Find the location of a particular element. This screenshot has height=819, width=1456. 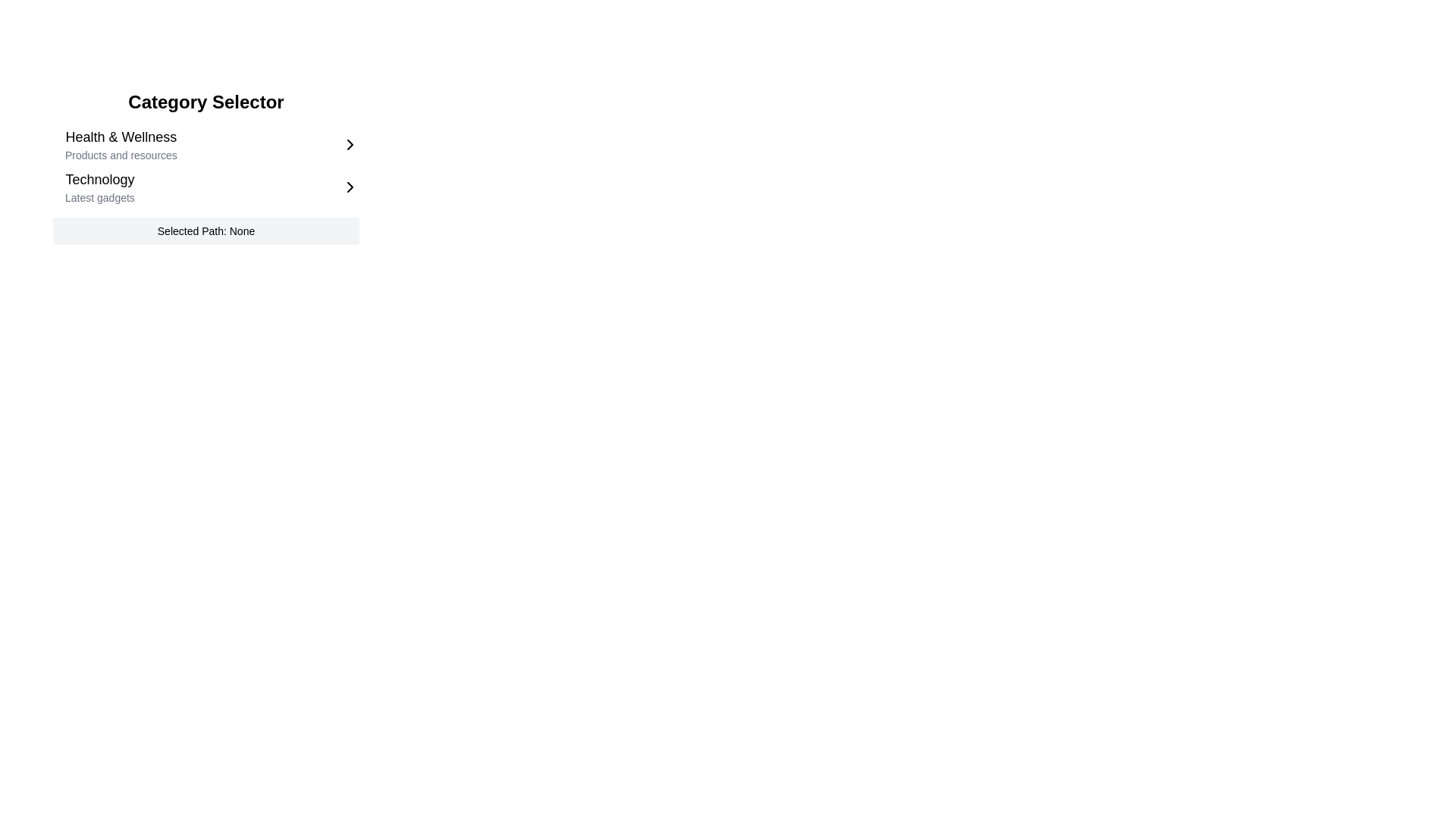

the text label displaying 'Latest gadgets' which is located beneath the 'Technology' header is located at coordinates (99, 197).